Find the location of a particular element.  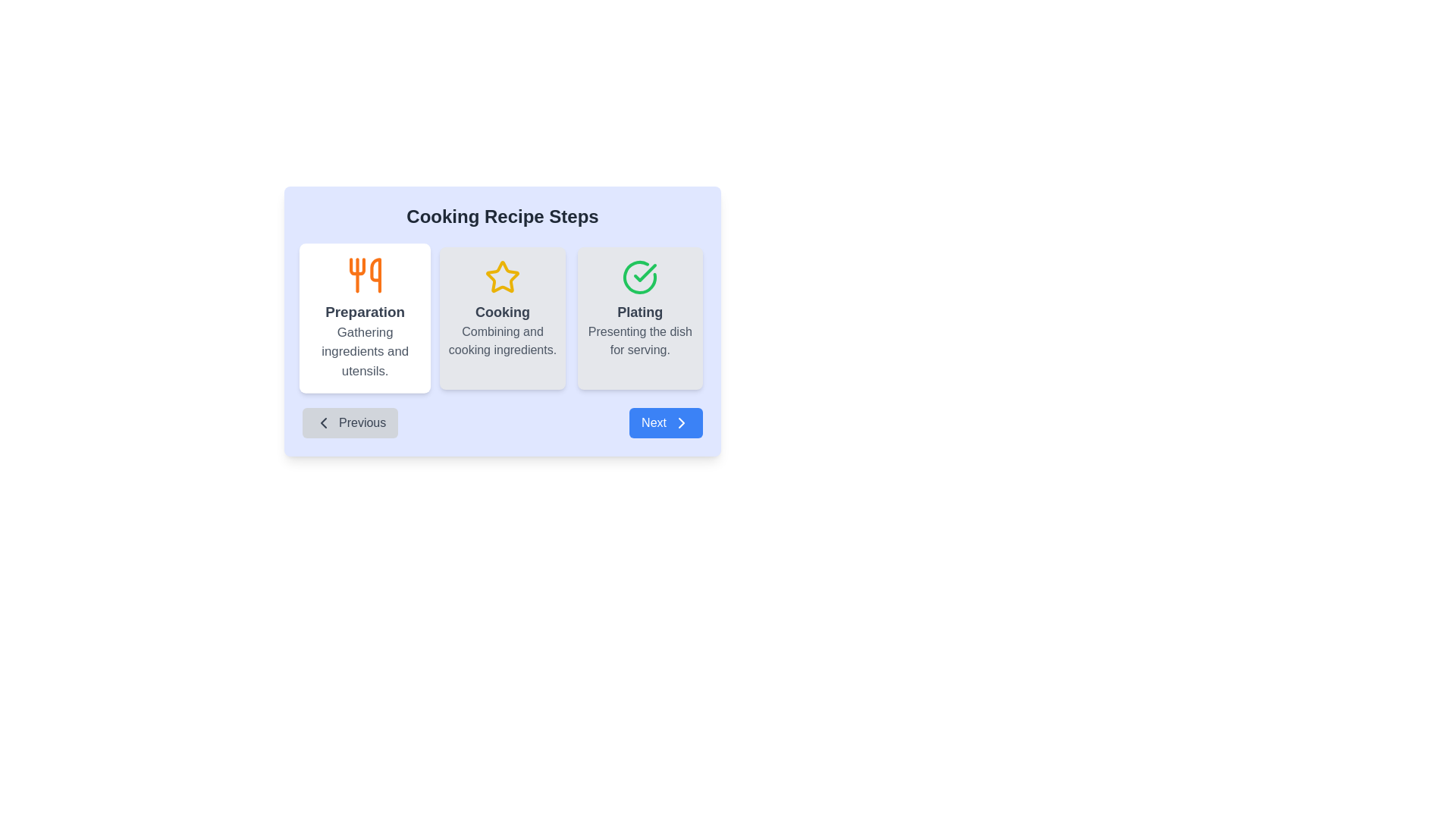

the Cooking icon located in the center card of three horizontal cards, which visually represents the concept of 'Cooking' is located at coordinates (502, 278).